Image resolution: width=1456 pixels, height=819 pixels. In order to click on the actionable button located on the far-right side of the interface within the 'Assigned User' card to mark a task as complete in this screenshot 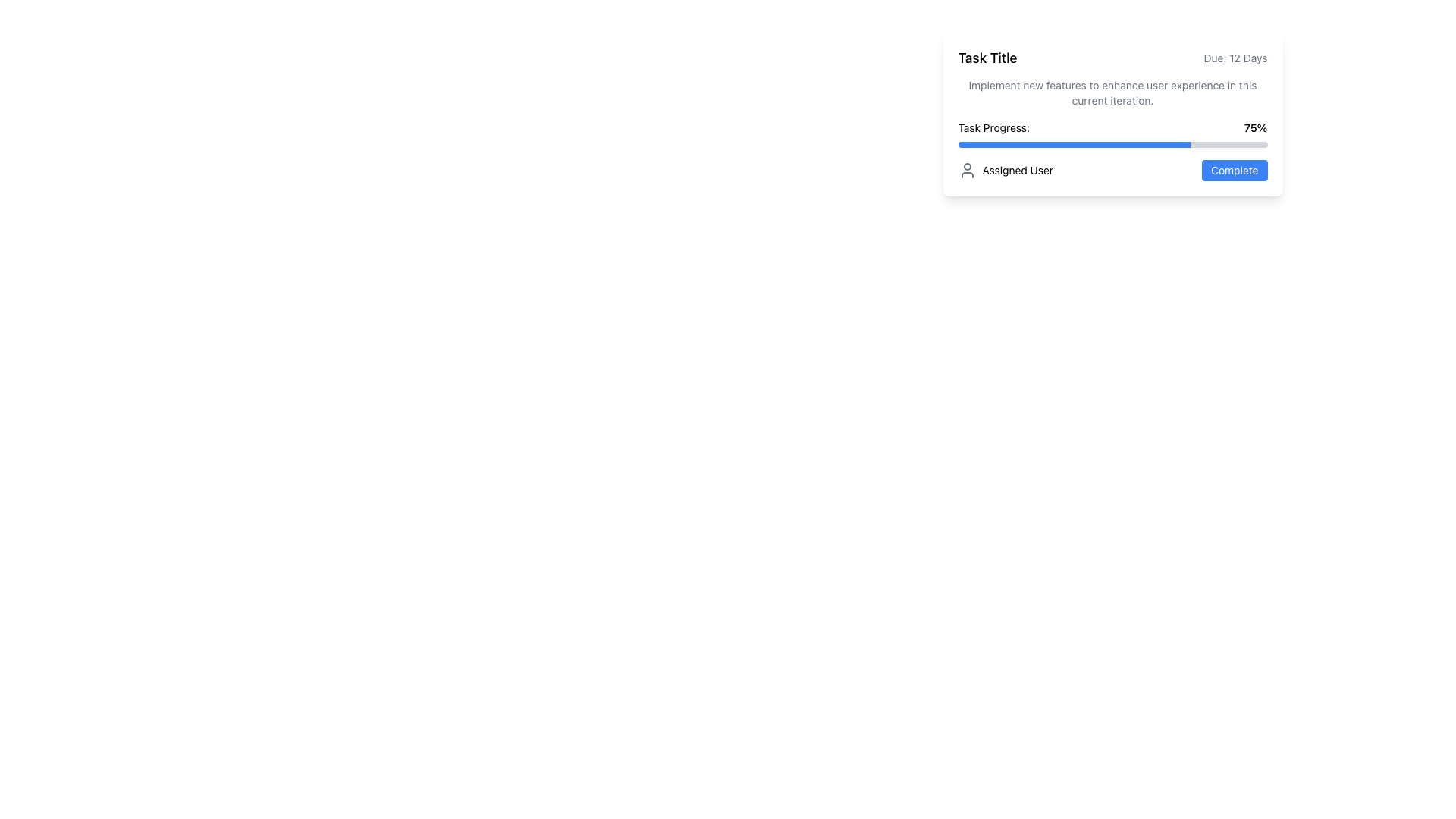, I will do `click(1234, 170)`.